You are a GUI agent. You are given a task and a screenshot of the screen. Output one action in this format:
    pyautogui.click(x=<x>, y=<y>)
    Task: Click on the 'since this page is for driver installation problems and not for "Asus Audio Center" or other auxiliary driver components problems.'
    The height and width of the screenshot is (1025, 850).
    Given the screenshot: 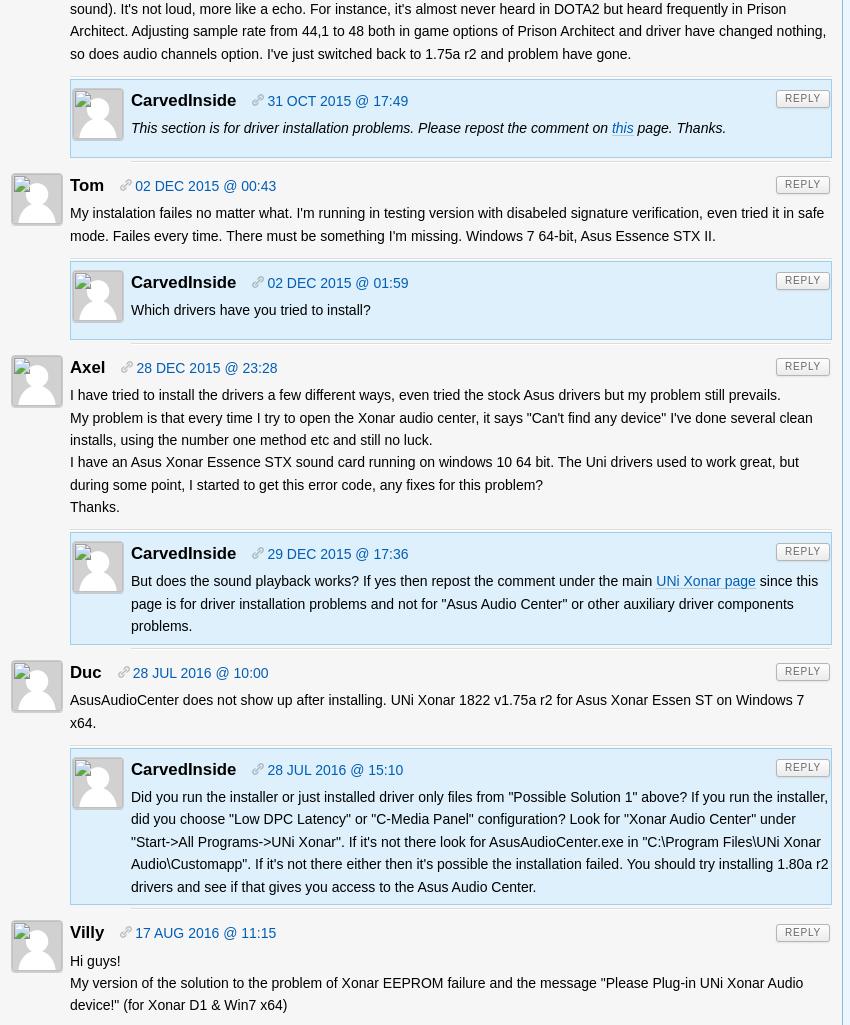 What is the action you would take?
    pyautogui.click(x=474, y=603)
    